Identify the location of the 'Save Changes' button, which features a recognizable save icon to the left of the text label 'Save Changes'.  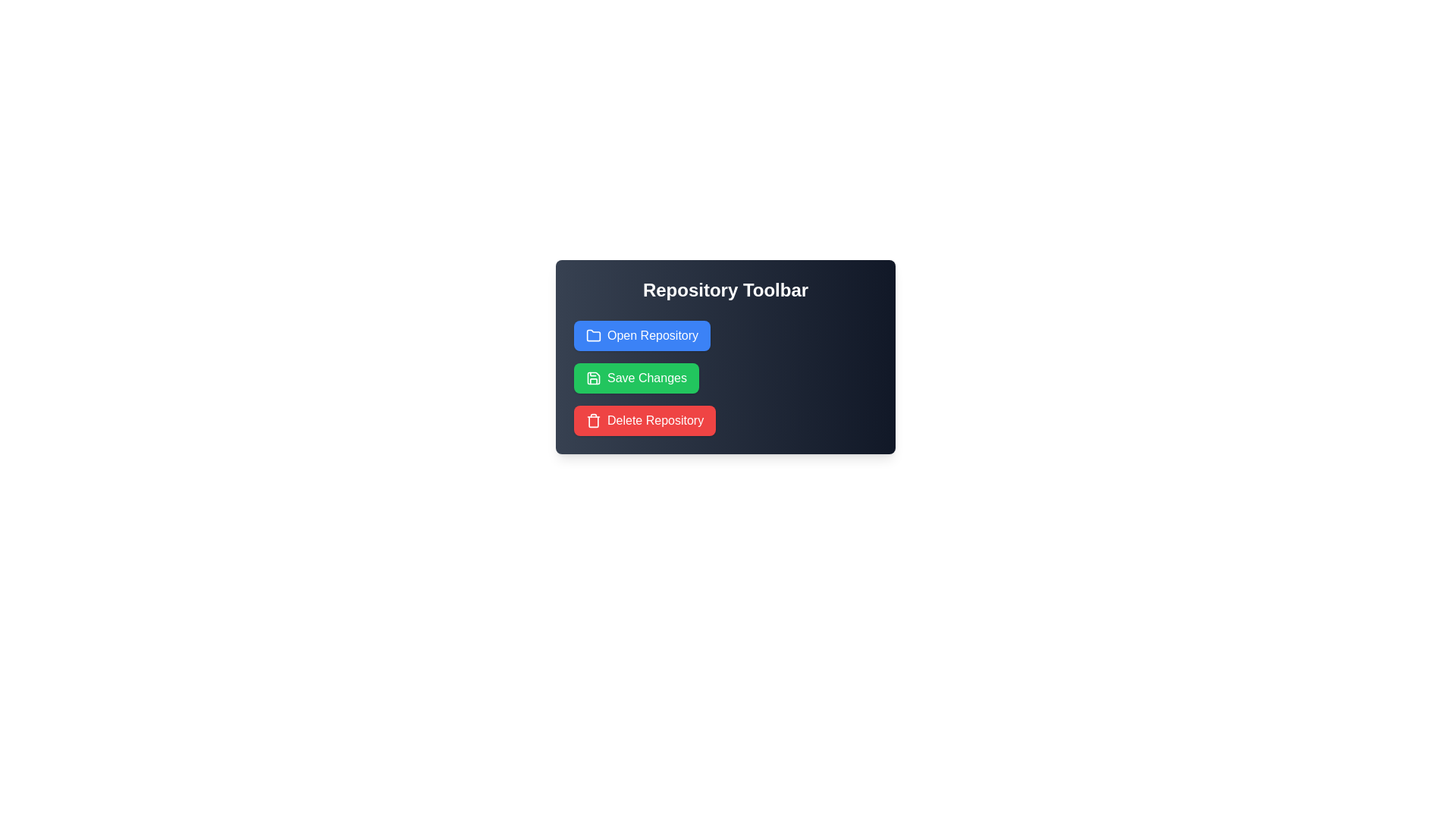
(592, 377).